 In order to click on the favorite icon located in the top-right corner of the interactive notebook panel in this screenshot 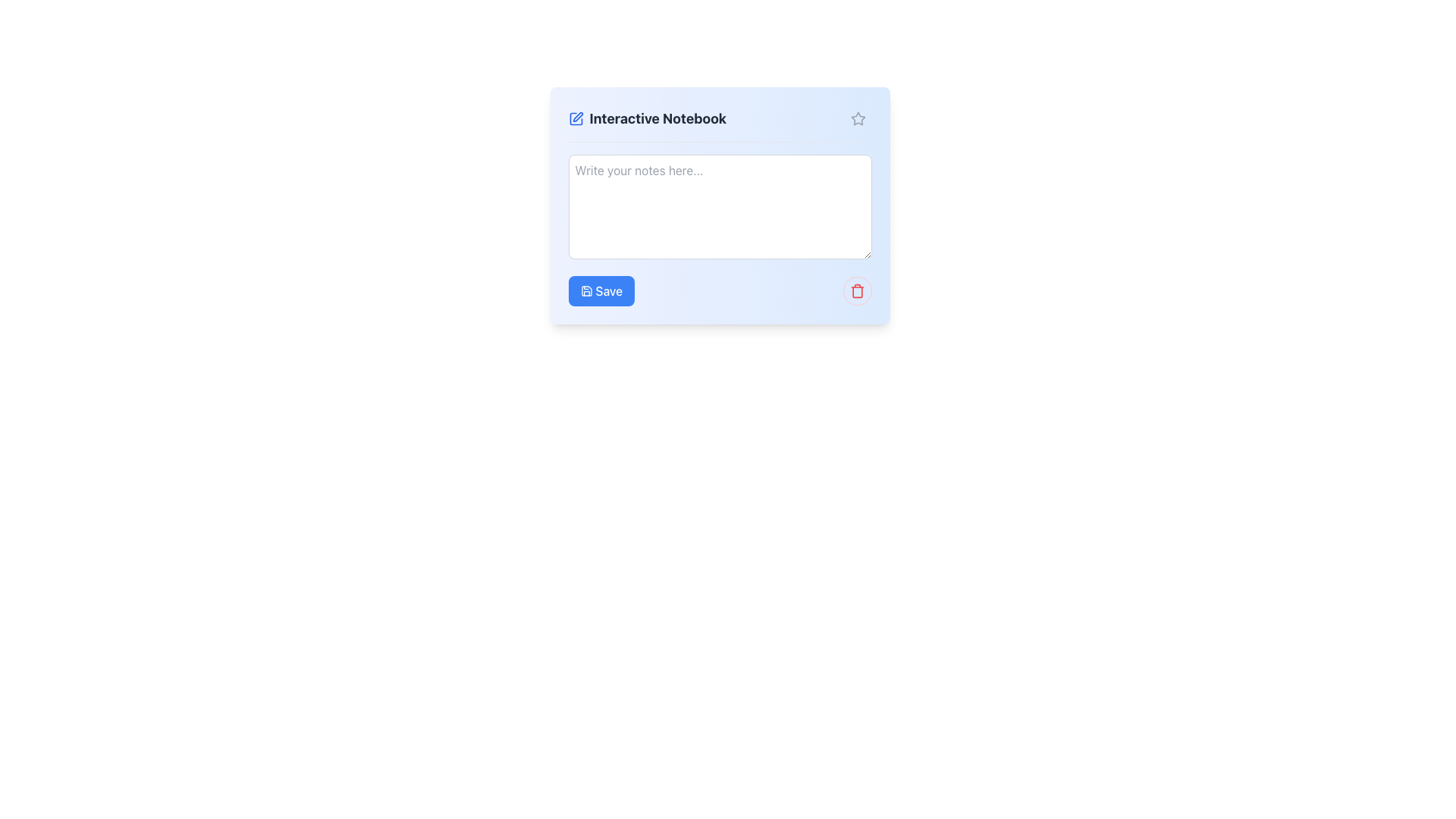, I will do `click(858, 118)`.